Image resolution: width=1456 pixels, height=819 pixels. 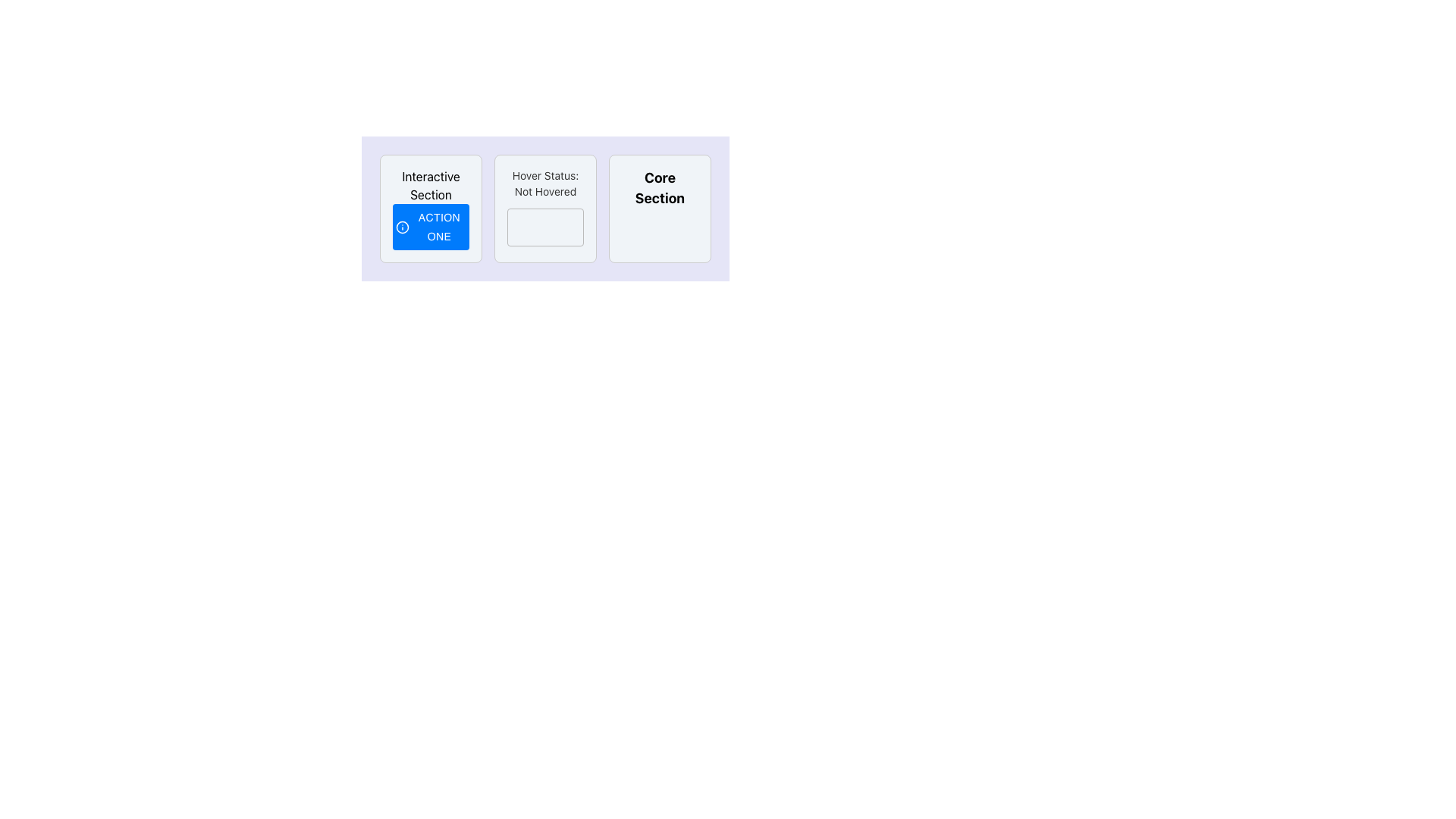 What do you see at coordinates (545, 209) in the screenshot?
I see `the status change in the middle section labeled 'Hover Status: Not Hovered' of the Informational section, which is bordered by 'Interactive Section' on the left and 'Core Section' on the right, by hovering over the element` at bounding box center [545, 209].